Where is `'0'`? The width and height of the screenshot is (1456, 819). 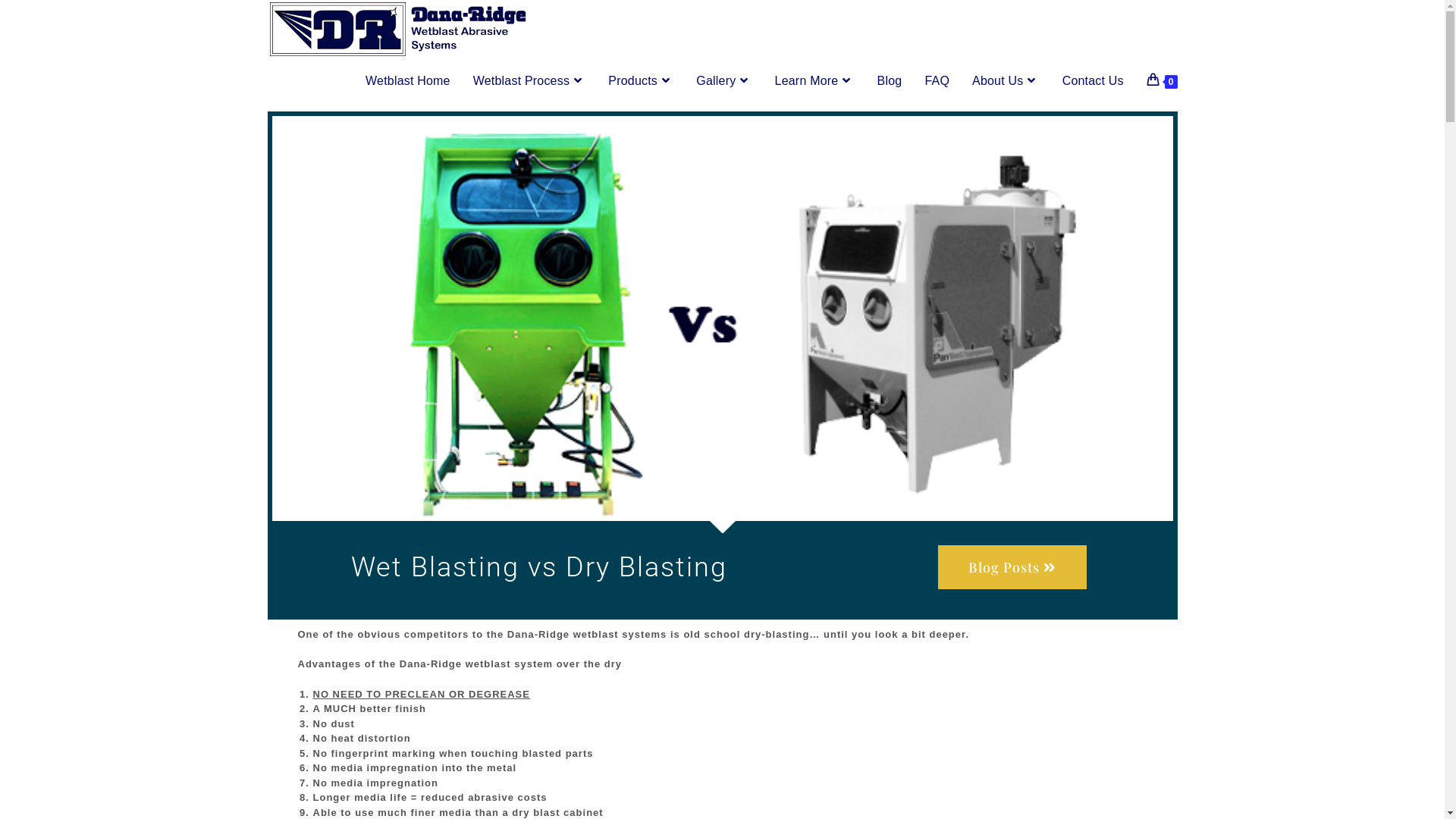
'0' is located at coordinates (1135, 81).